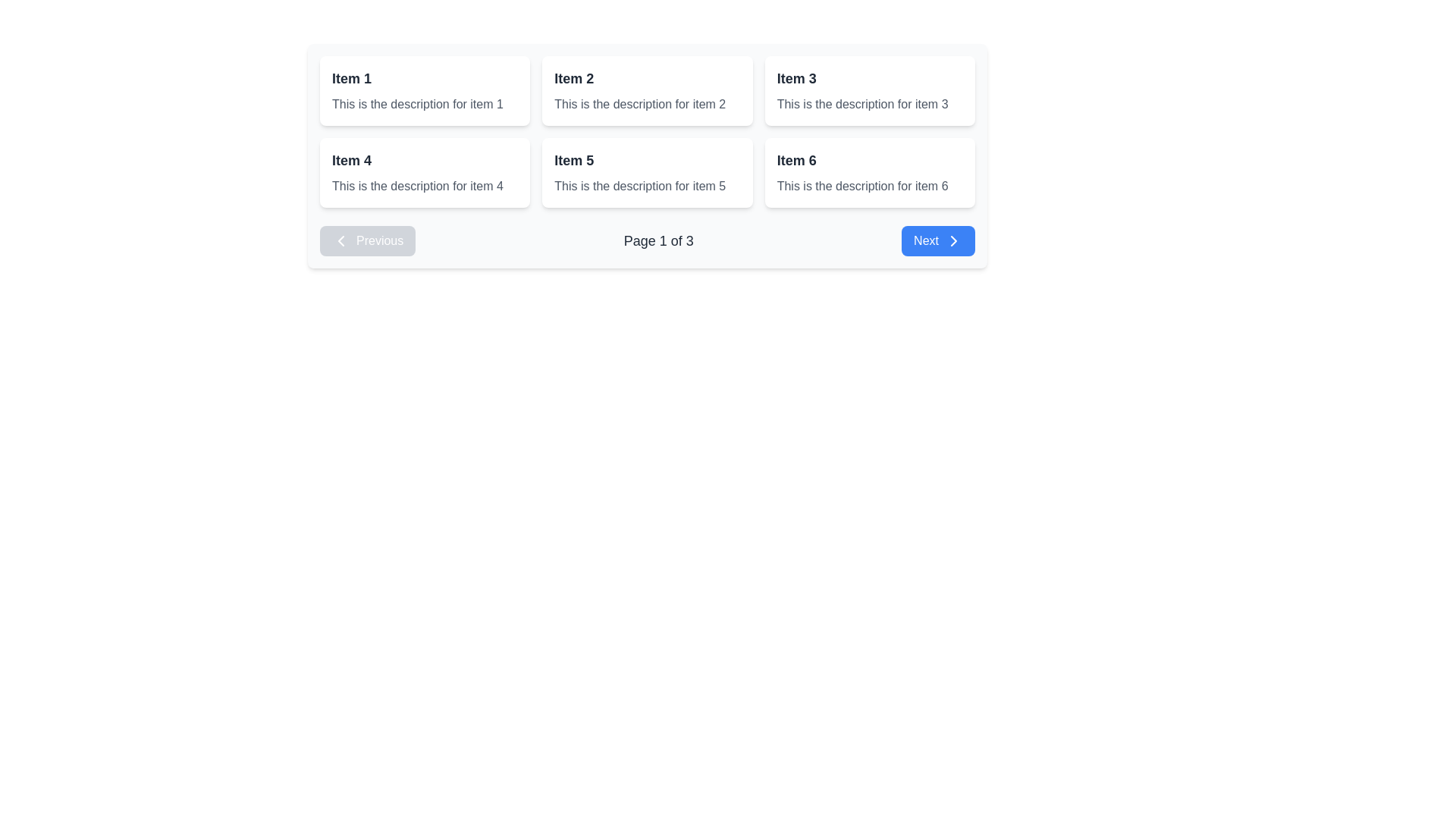  I want to click on the text label providing a description for 'Item 6', located under the bolded title 'Item 6' in the lower right corner of the grid layout, so click(862, 186).